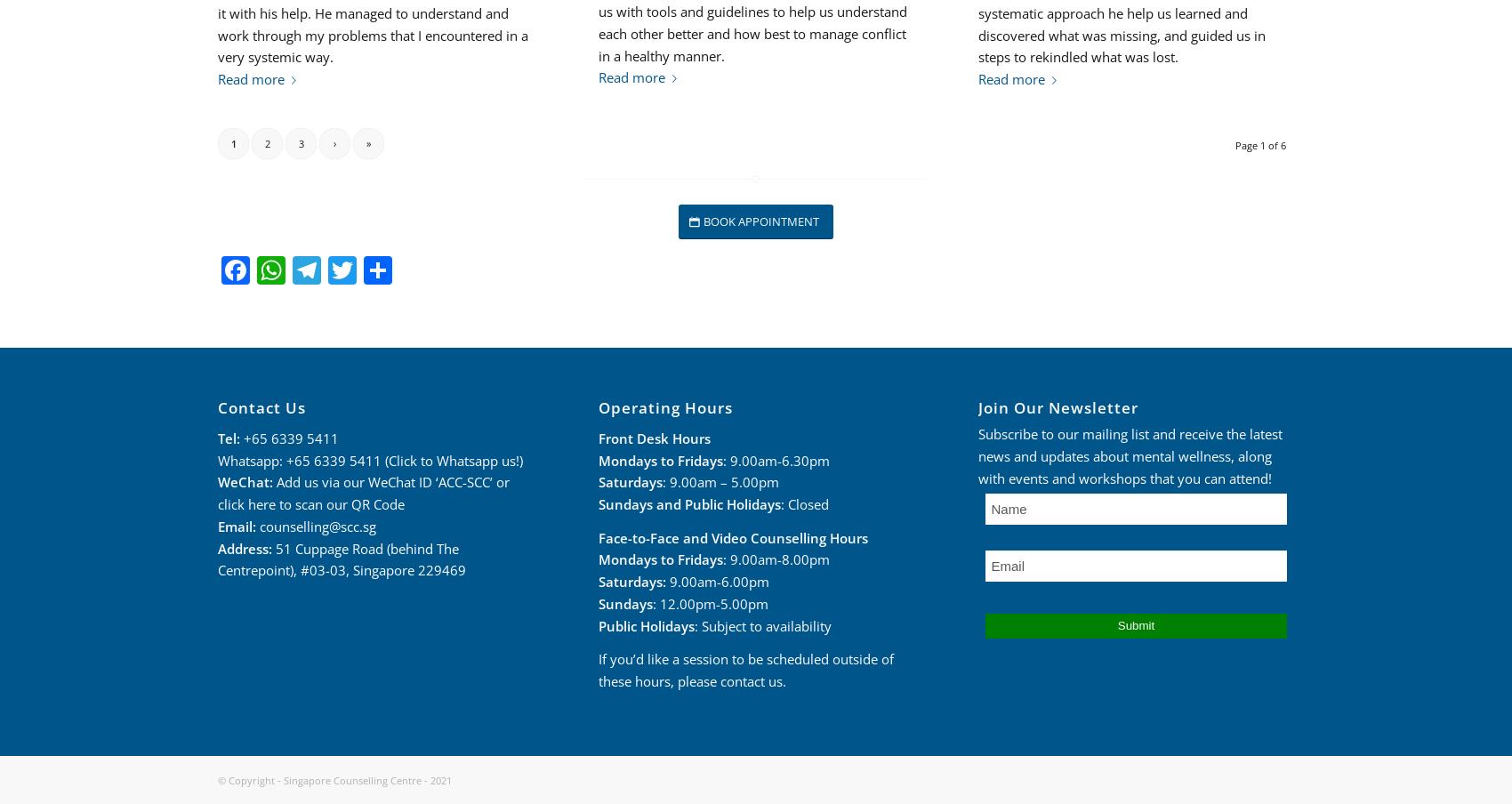  I want to click on 'Join Our Newsletter', so click(1058, 406).